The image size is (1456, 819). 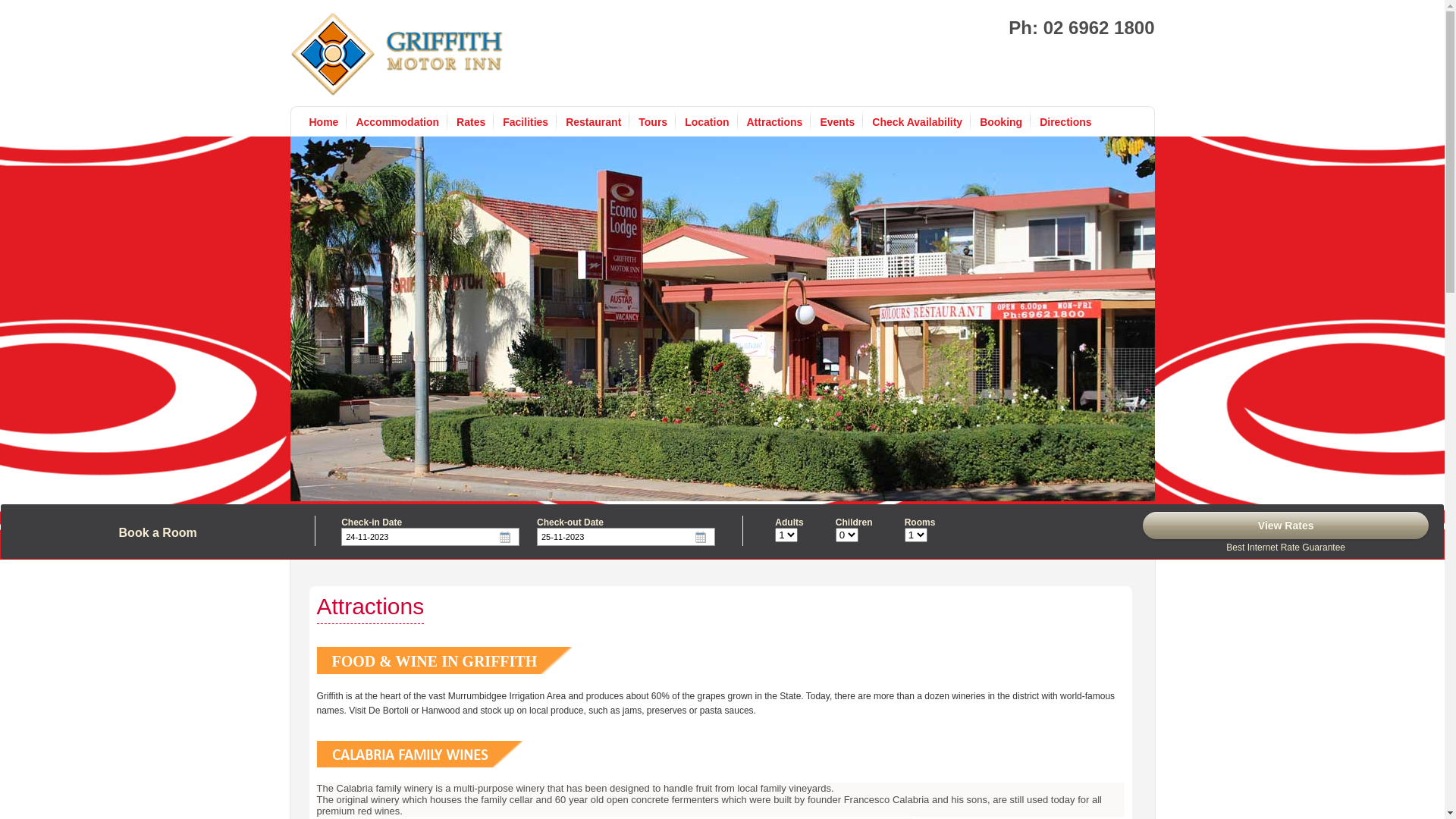 I want to click on 'Home', so click(x=309, y=121).